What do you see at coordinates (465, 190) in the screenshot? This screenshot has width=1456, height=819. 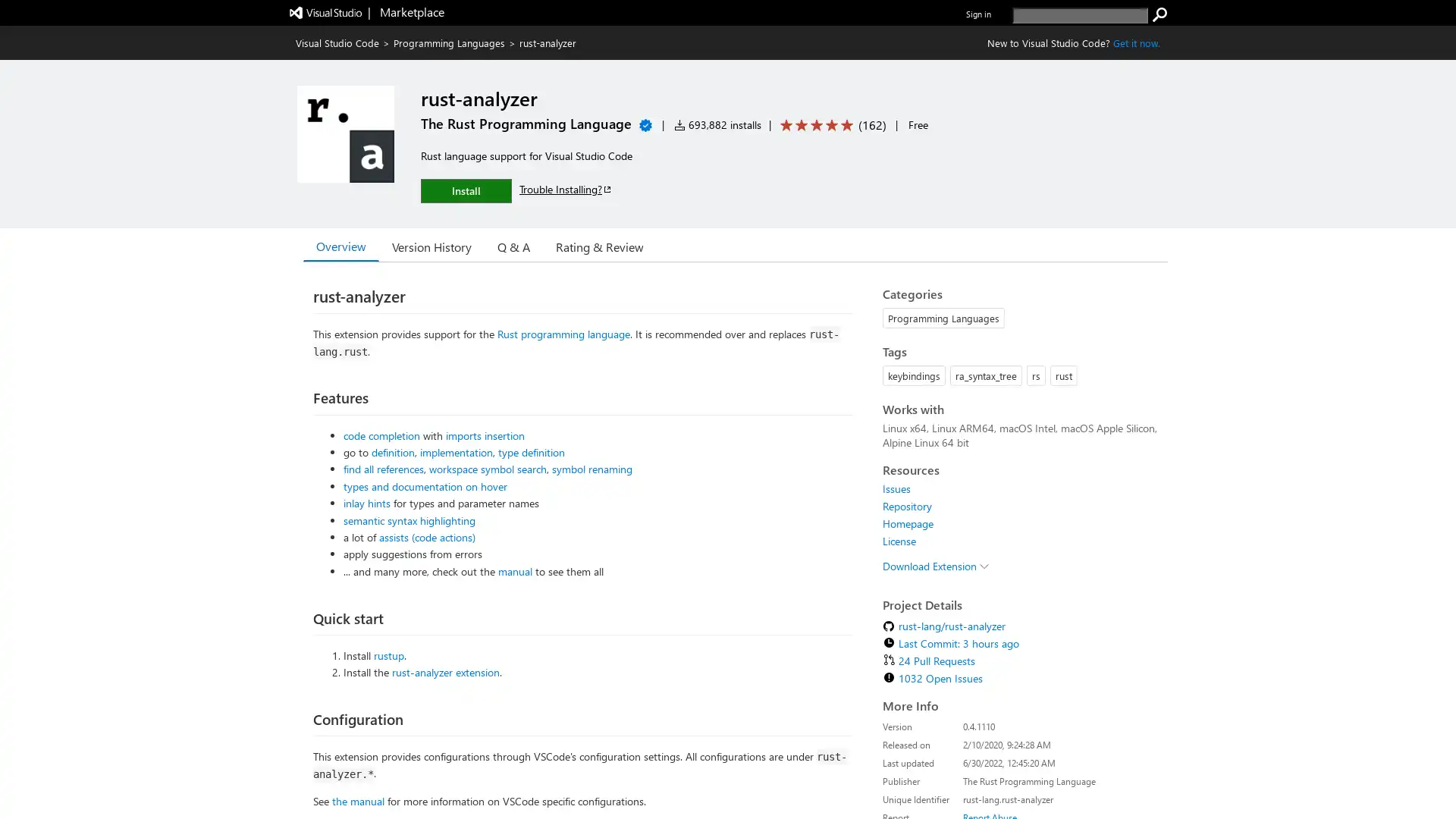 I see `Install` at bounding box center [465, 190].